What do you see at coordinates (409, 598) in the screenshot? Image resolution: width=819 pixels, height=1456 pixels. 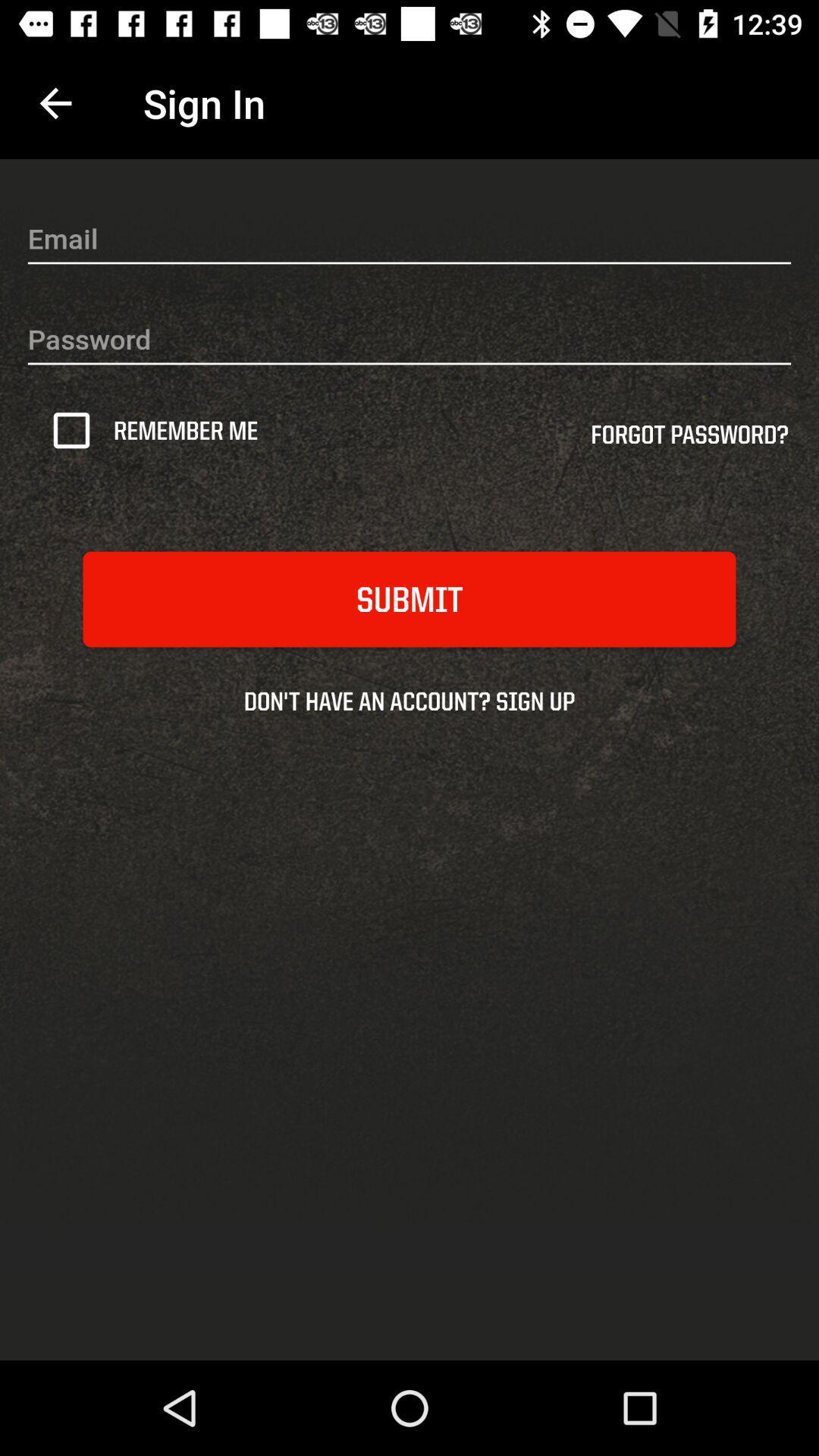 I see `the submit` at bounding box center [409, 598].